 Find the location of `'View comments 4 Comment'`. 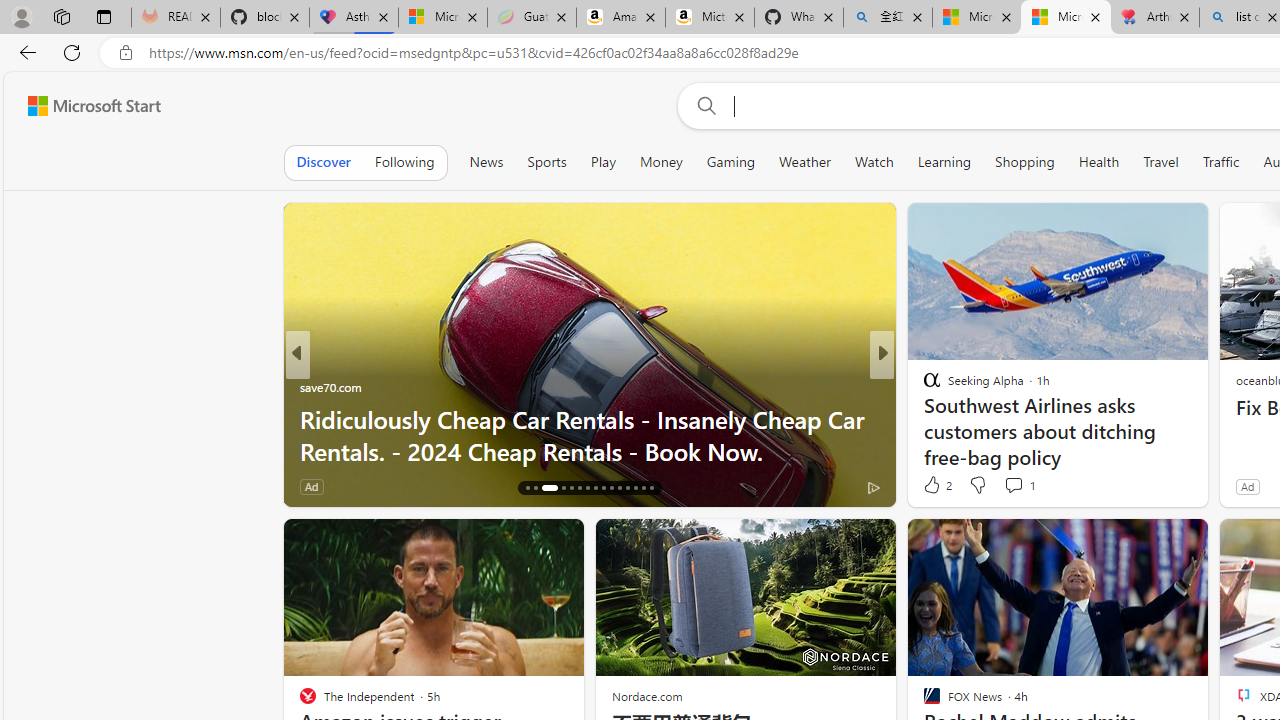

'View comments 4 Comment' is located at coordinates (1020, 486).